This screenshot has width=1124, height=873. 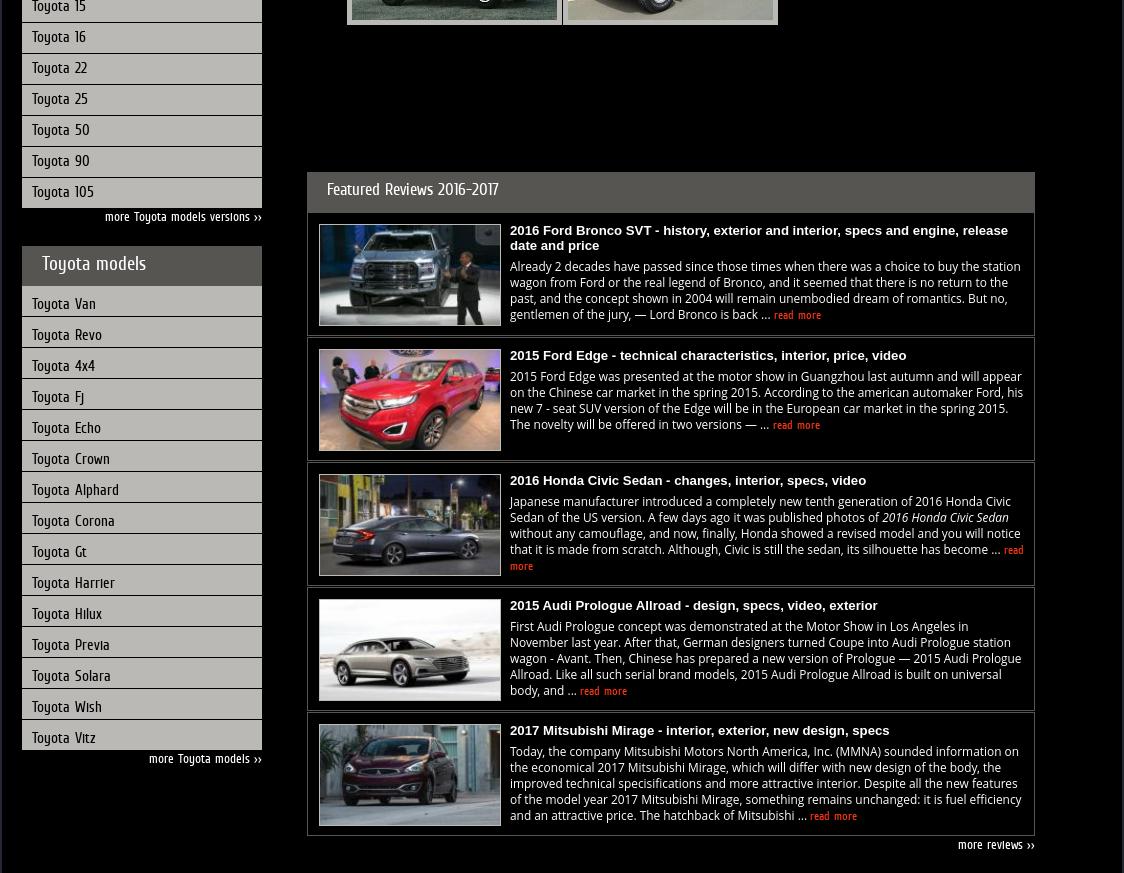 I want to click on 'Toyota Gt', so click(x=58, y=550).